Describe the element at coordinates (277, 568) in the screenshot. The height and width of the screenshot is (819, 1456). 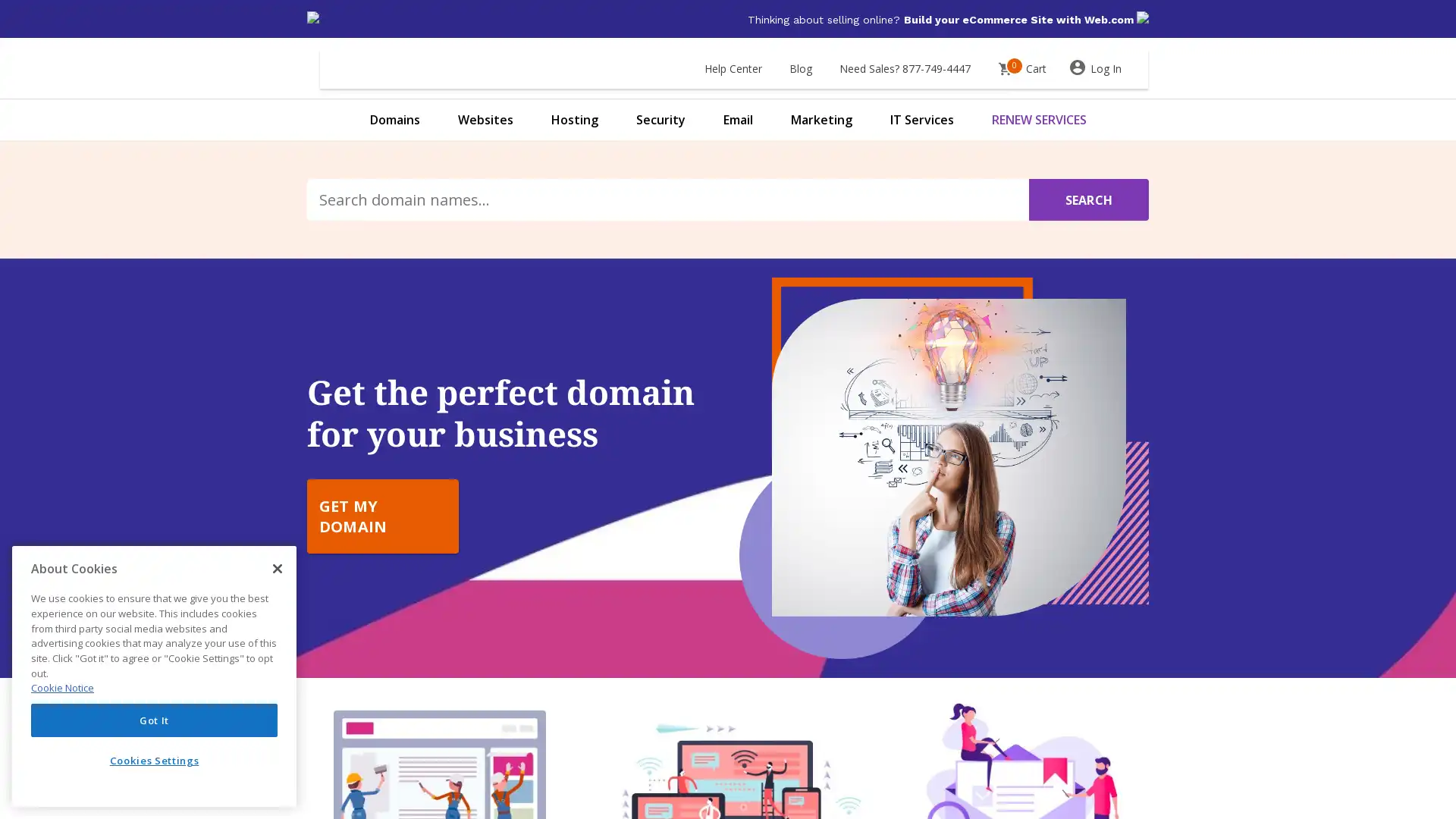
I see `Close` at that location.